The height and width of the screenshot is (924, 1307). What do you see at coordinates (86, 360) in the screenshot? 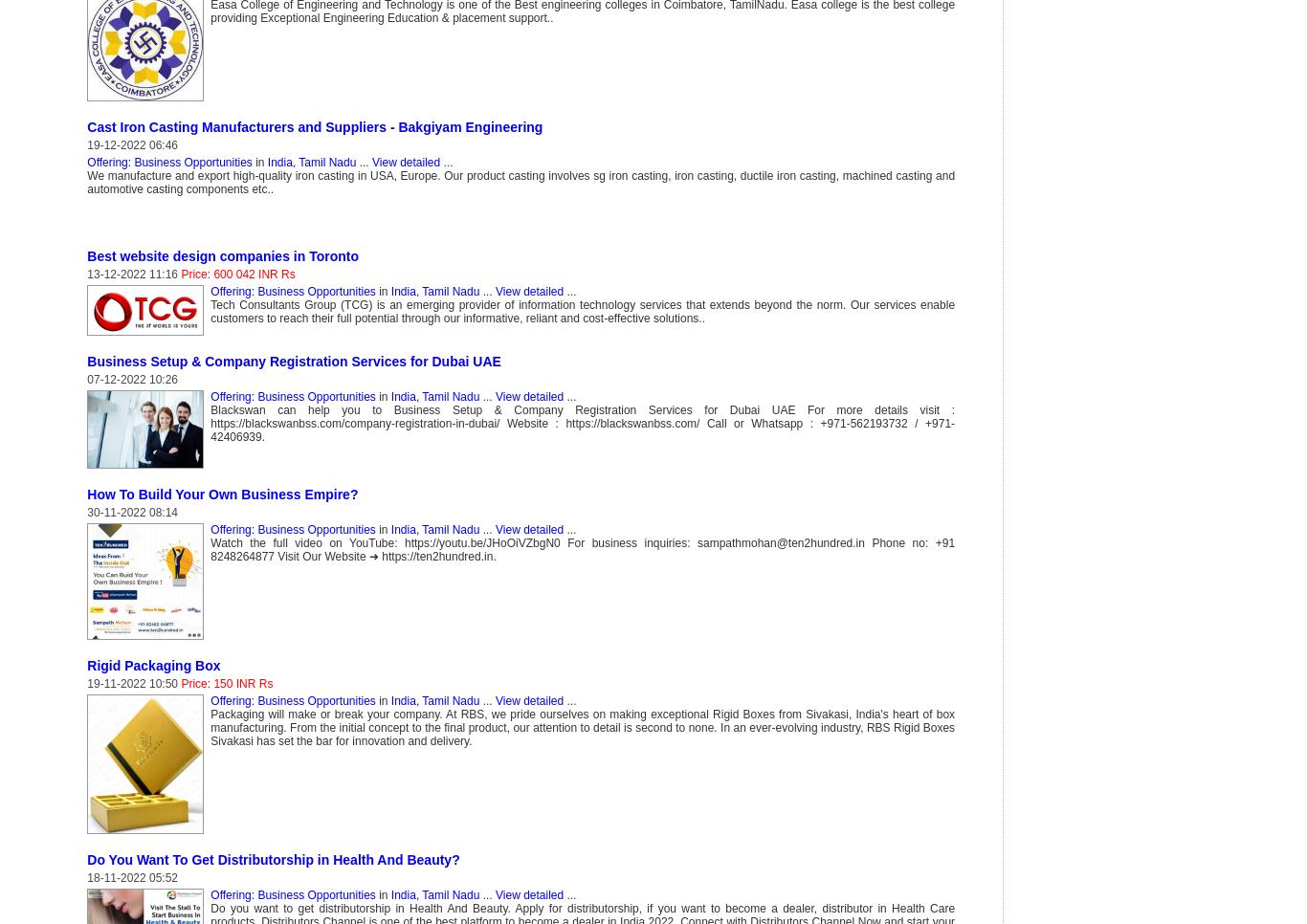
I see `'Business Setup & Company Registration Services for Dubai UAE'` at bounding box center [86, 360].